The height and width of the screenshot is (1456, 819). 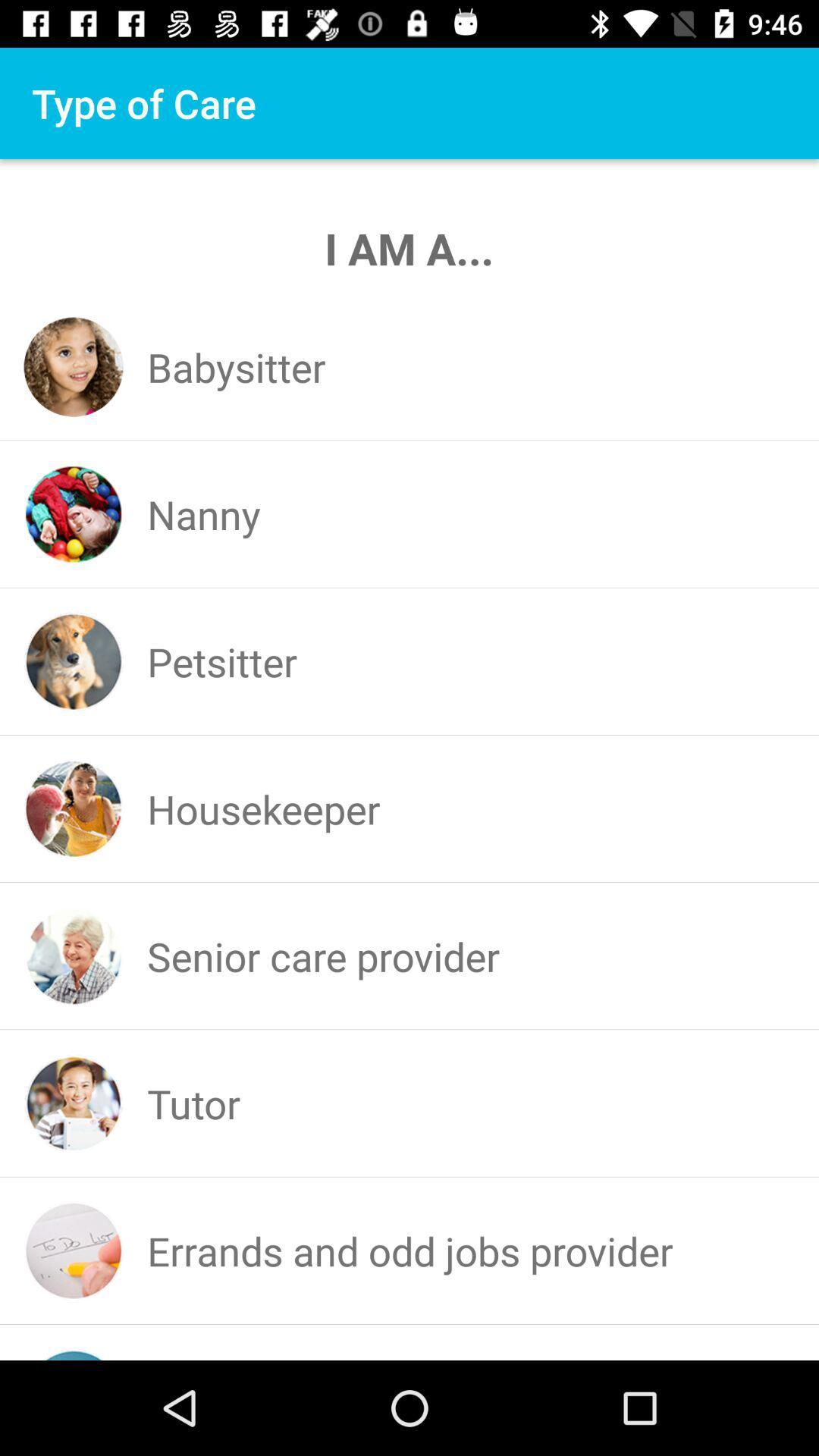 What do you see at coordinates (74, 1103) in the screenshot?
I see `tutor profile picture` at bounding box center [74, 1103].